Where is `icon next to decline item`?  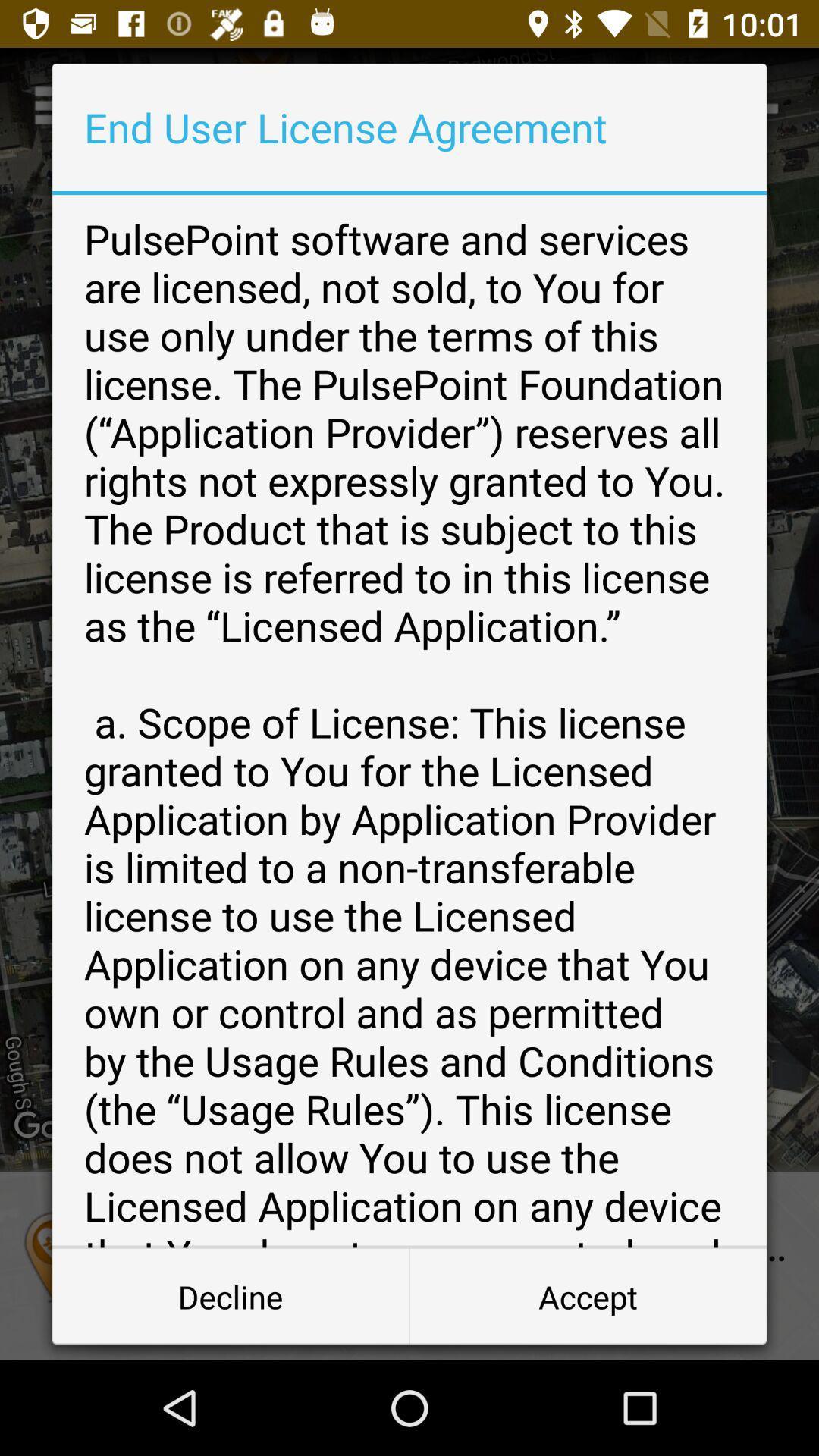
icon next to decline item is located at coordinates (587, 1295).